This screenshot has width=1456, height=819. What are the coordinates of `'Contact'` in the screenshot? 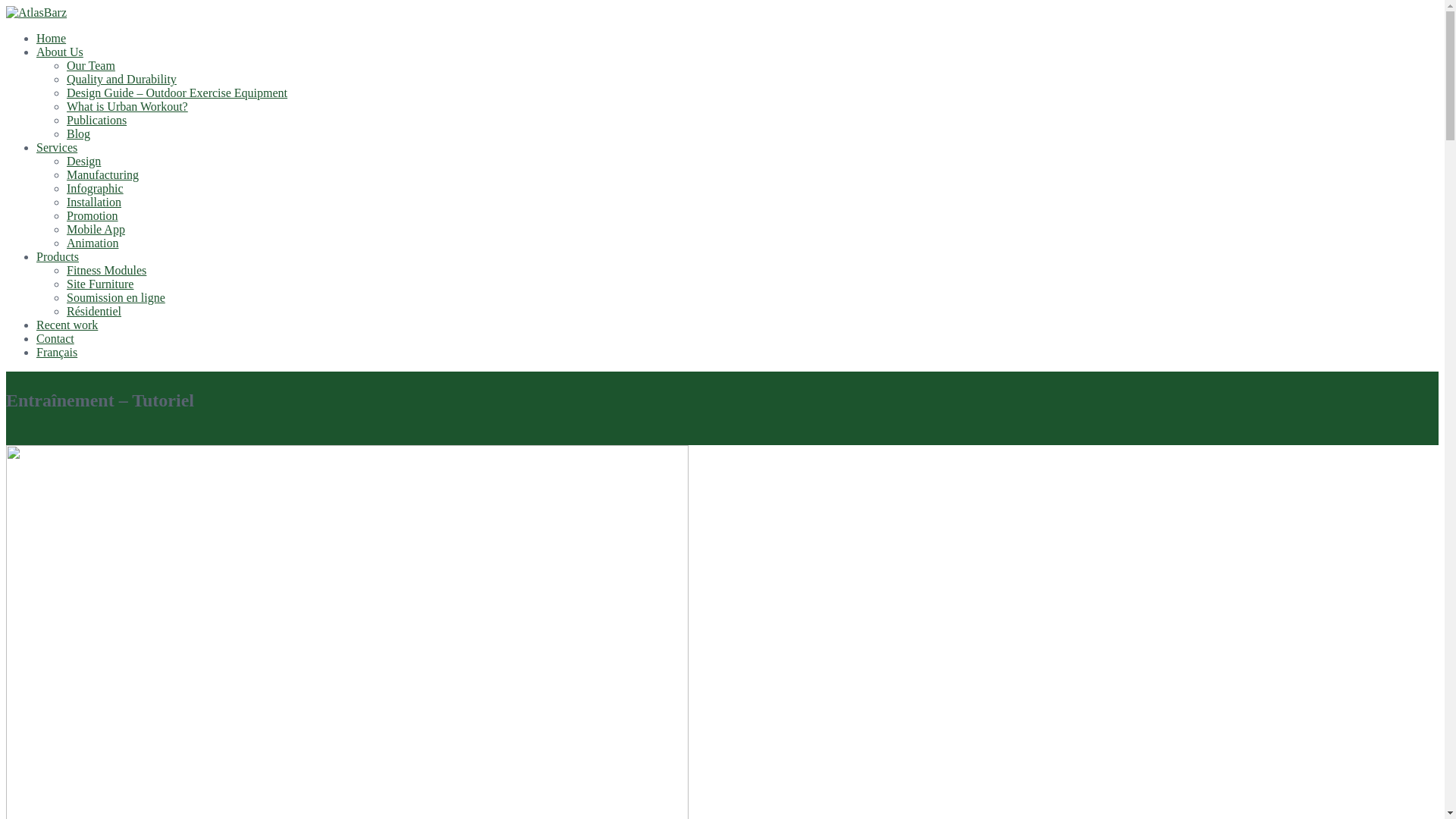 It's located at (36, 337).